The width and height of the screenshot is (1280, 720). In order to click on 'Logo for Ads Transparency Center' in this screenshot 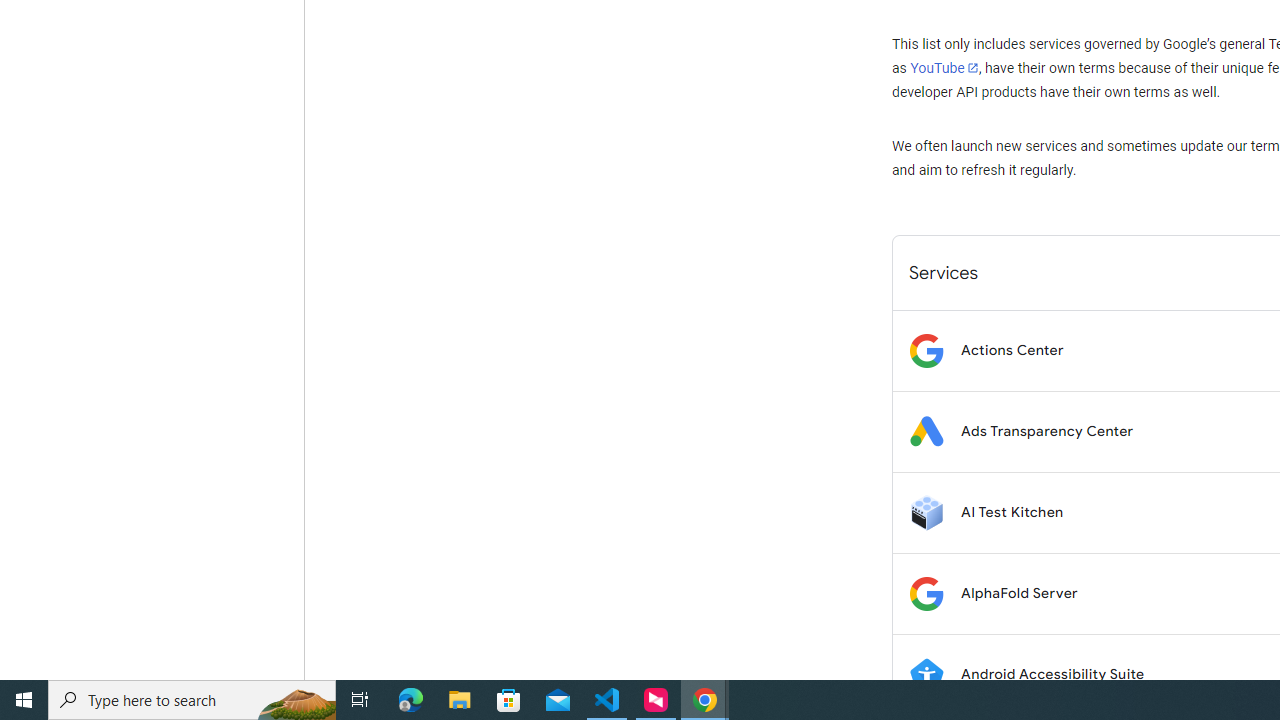, I will do `click(925, 430)`.